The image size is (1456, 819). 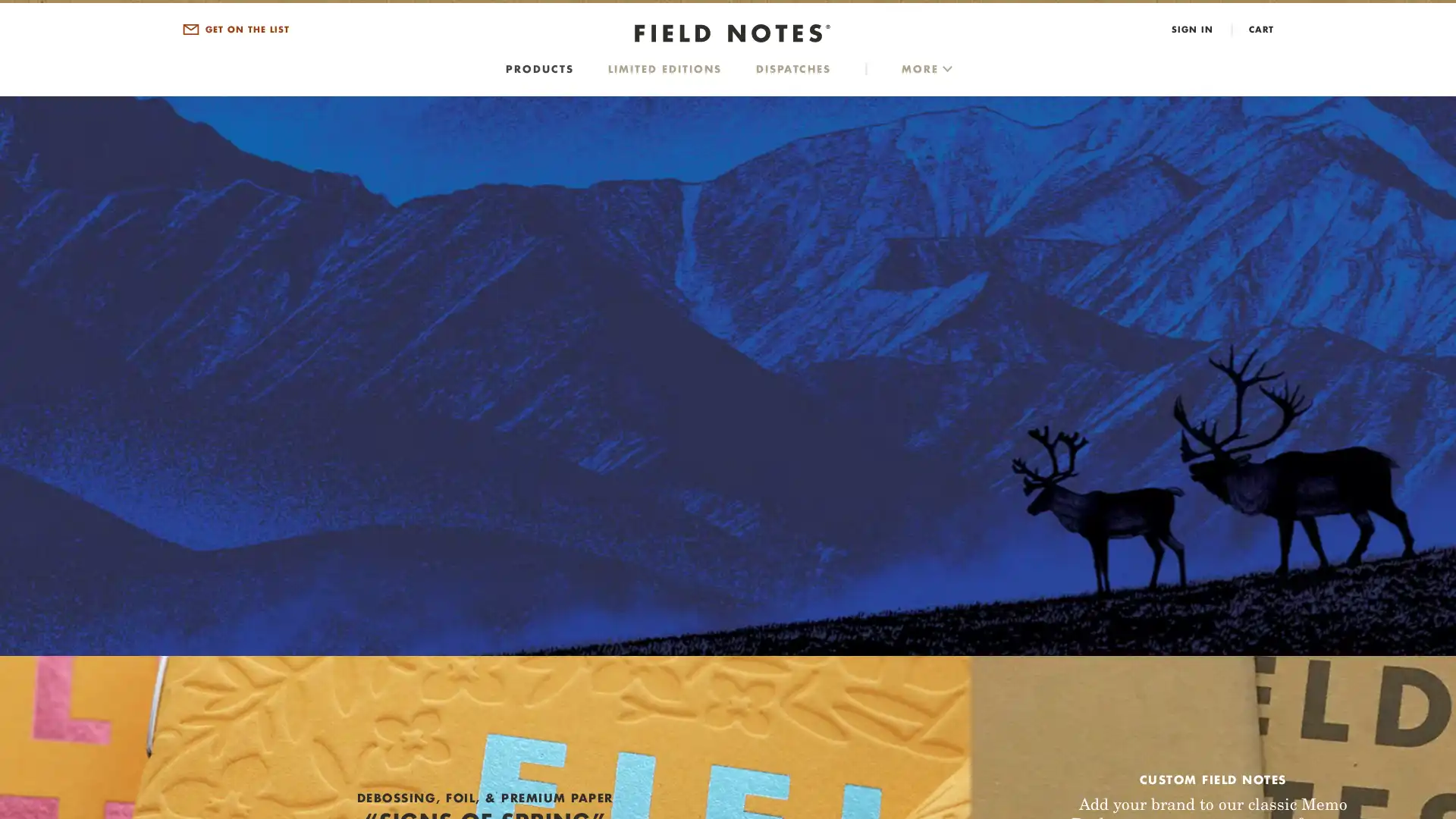 I want to click on SIGN UP, so click(x=1151, y=625).